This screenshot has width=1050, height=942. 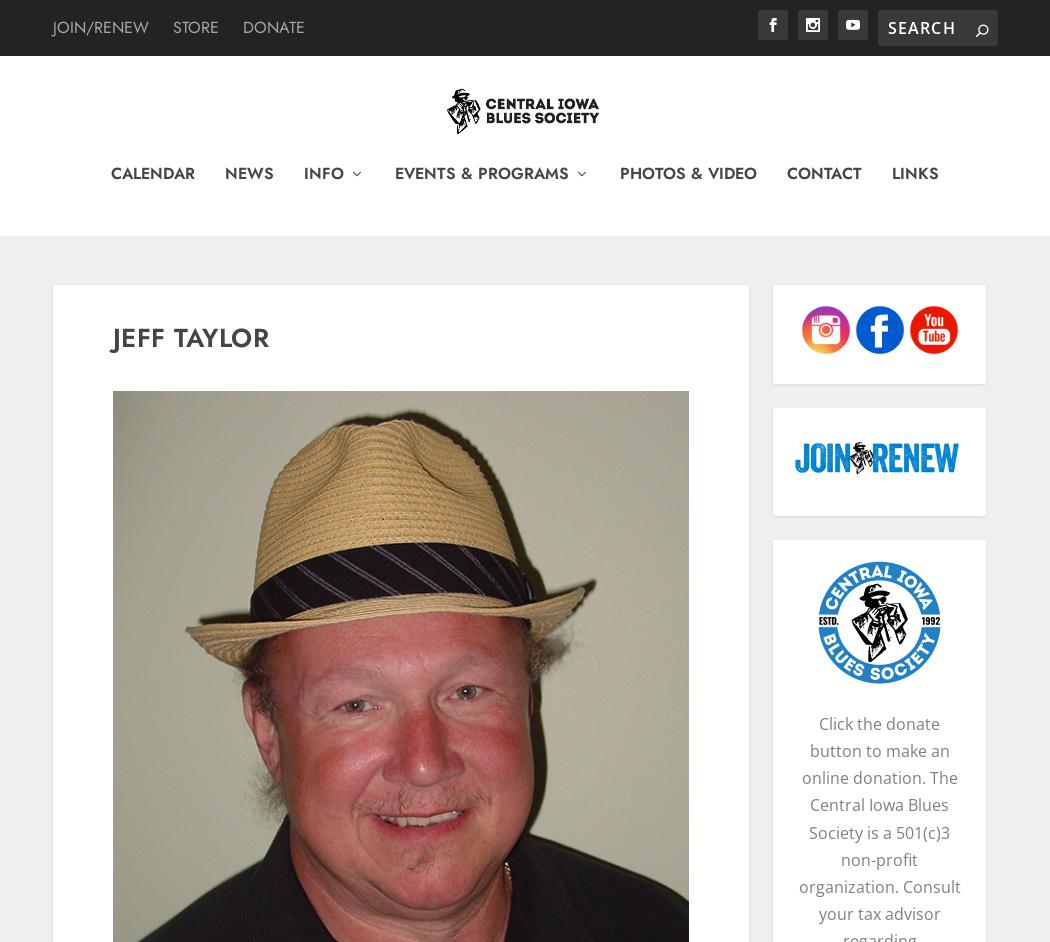 What do you see at coordinates (471, 362) in the screenshot?
I see `'Winter Blues Fest'` at bounding box center [471, 362].